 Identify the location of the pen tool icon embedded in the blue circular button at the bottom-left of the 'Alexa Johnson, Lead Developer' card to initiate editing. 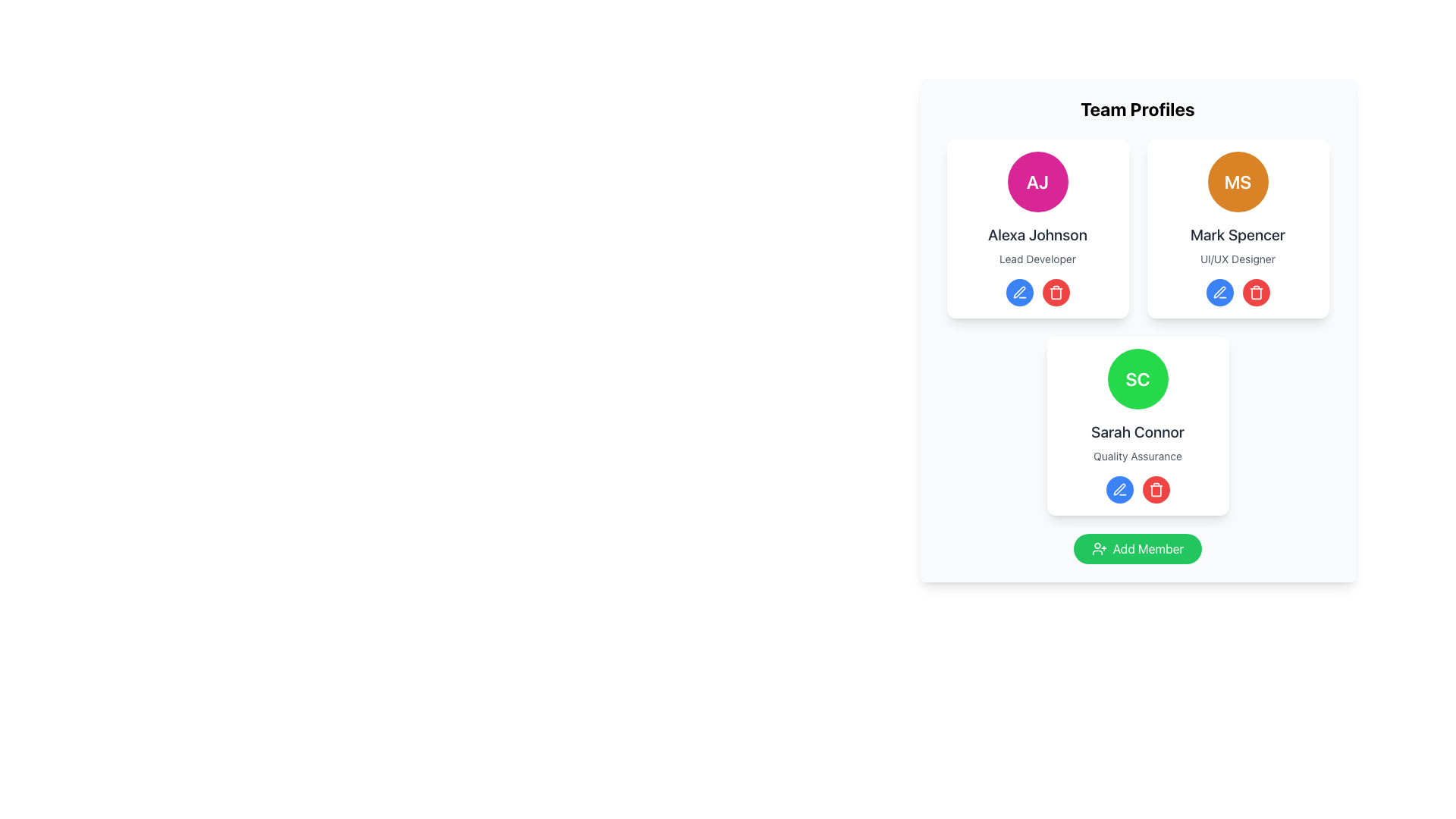
(1019, 292).